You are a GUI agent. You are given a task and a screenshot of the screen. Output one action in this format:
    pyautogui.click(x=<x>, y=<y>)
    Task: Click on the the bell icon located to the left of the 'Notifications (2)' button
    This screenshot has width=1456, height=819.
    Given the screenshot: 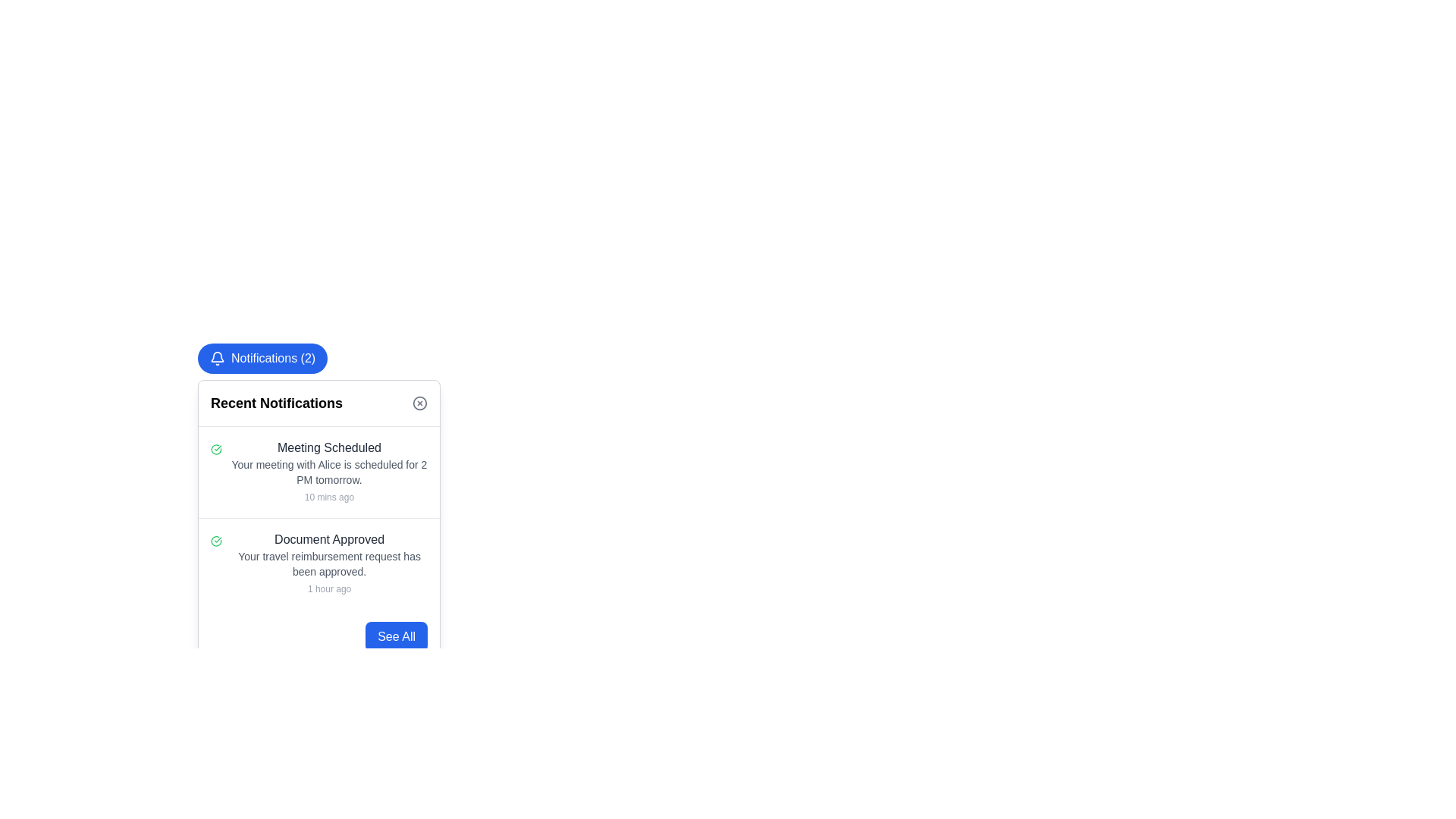 What is the action you would take?
    pyautogui.click(x=217, y=359)
    